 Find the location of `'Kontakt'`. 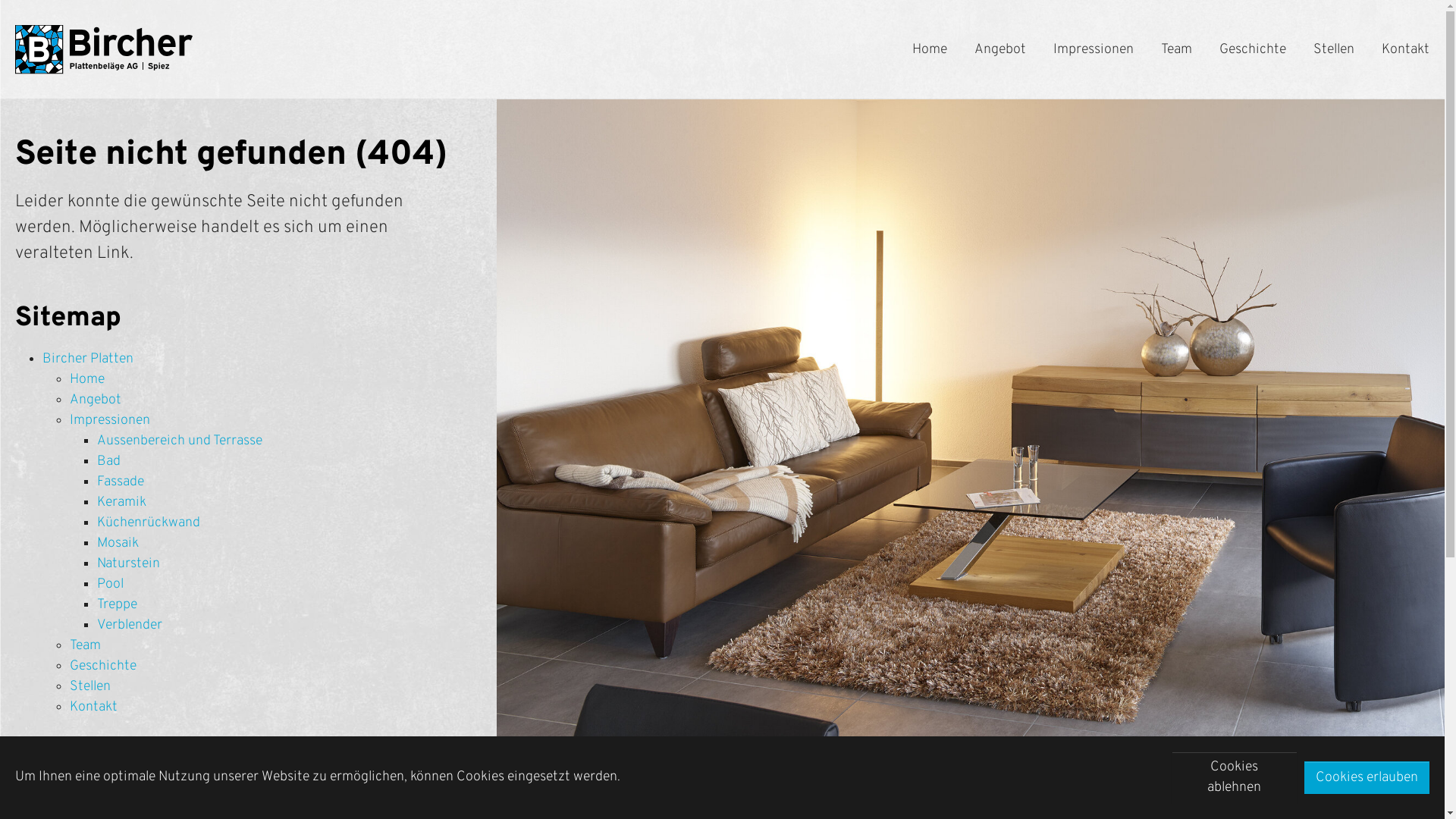

'Kontakt' is located at coordinates (1404, 48).